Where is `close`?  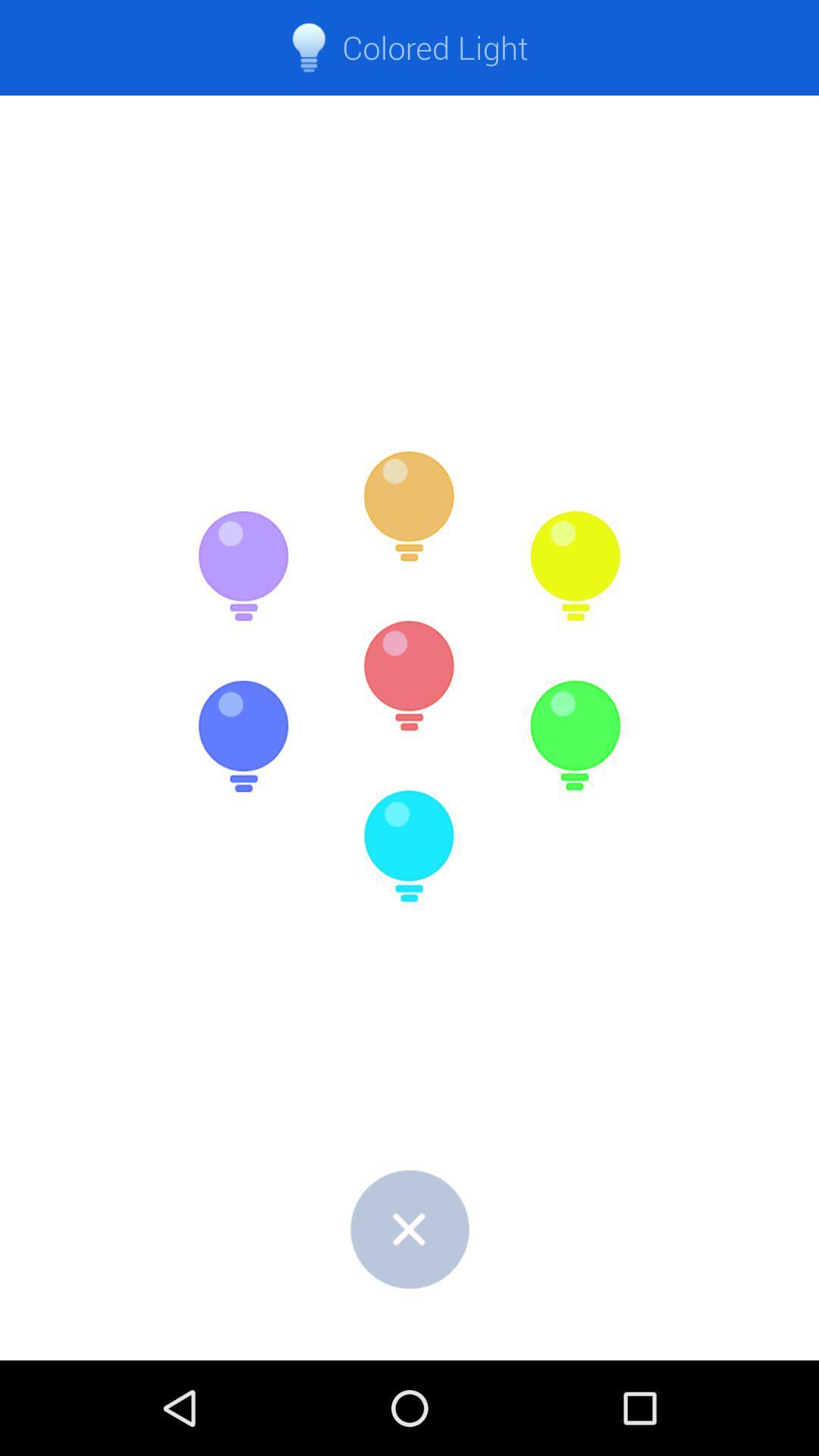 close is located at coordinates (409, 1228).